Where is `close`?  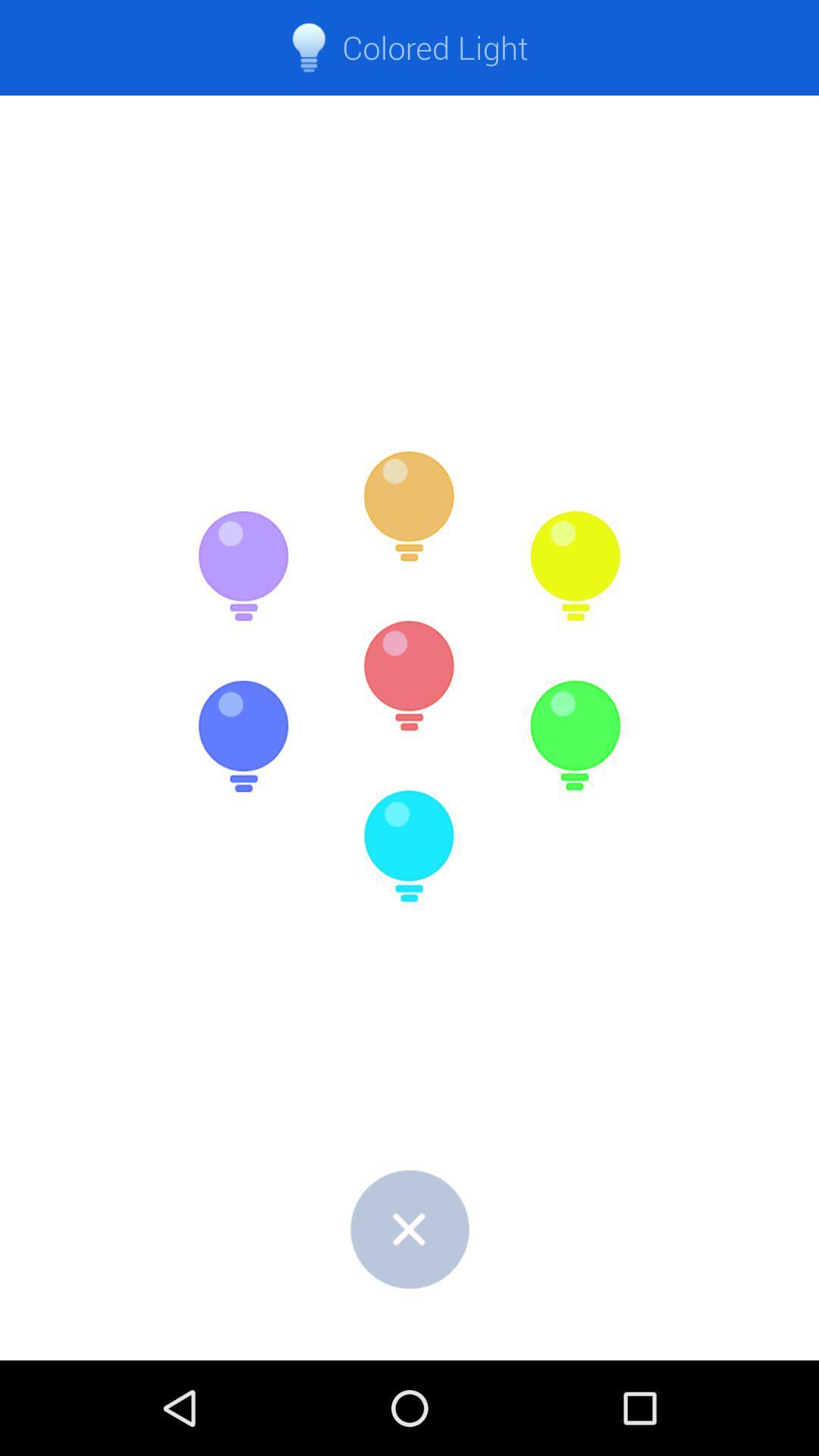 close is located at coordinates (409, 1228).